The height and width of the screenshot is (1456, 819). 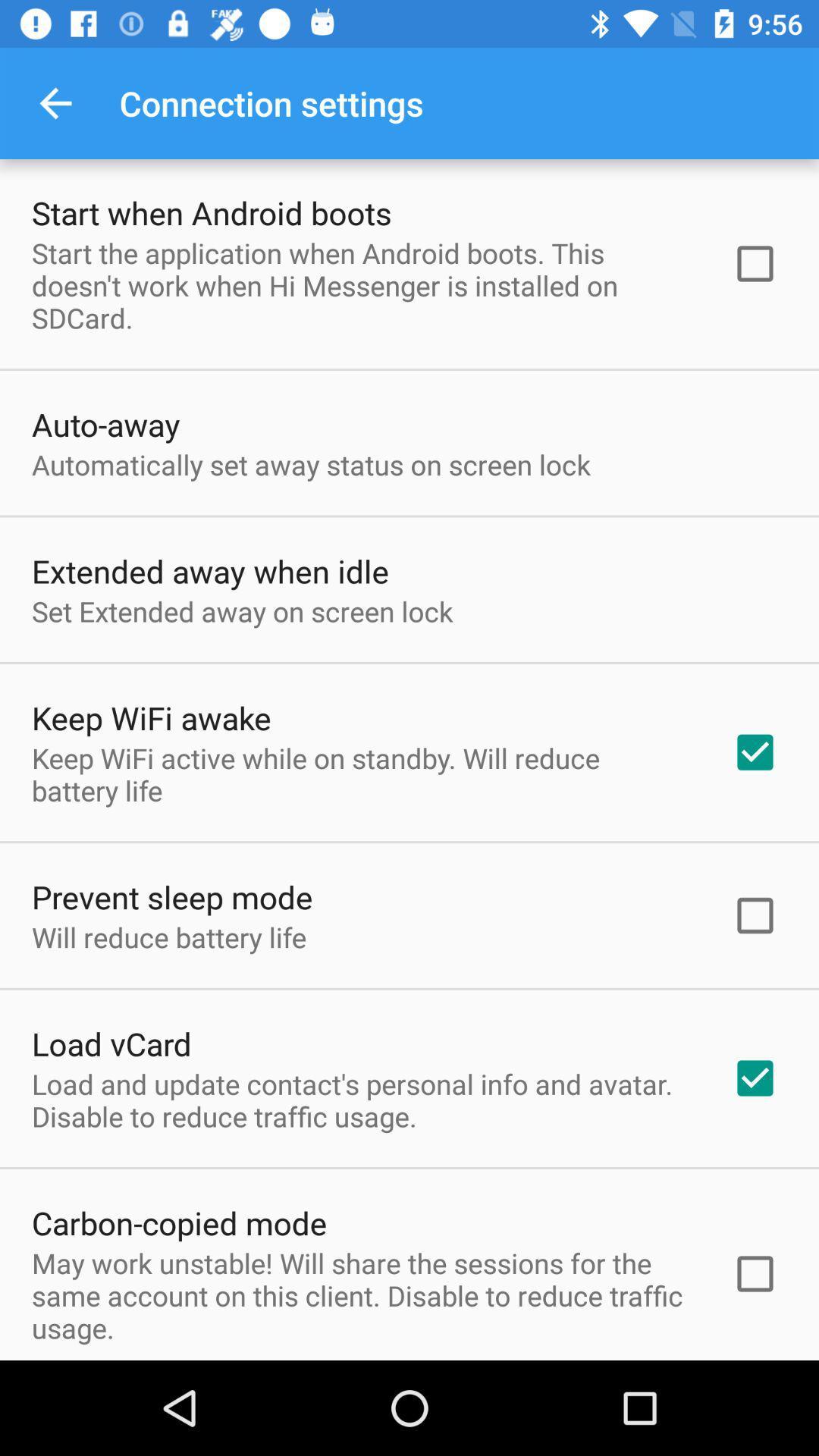 I want to click on the auto-away item, so click(x=105, y=424).